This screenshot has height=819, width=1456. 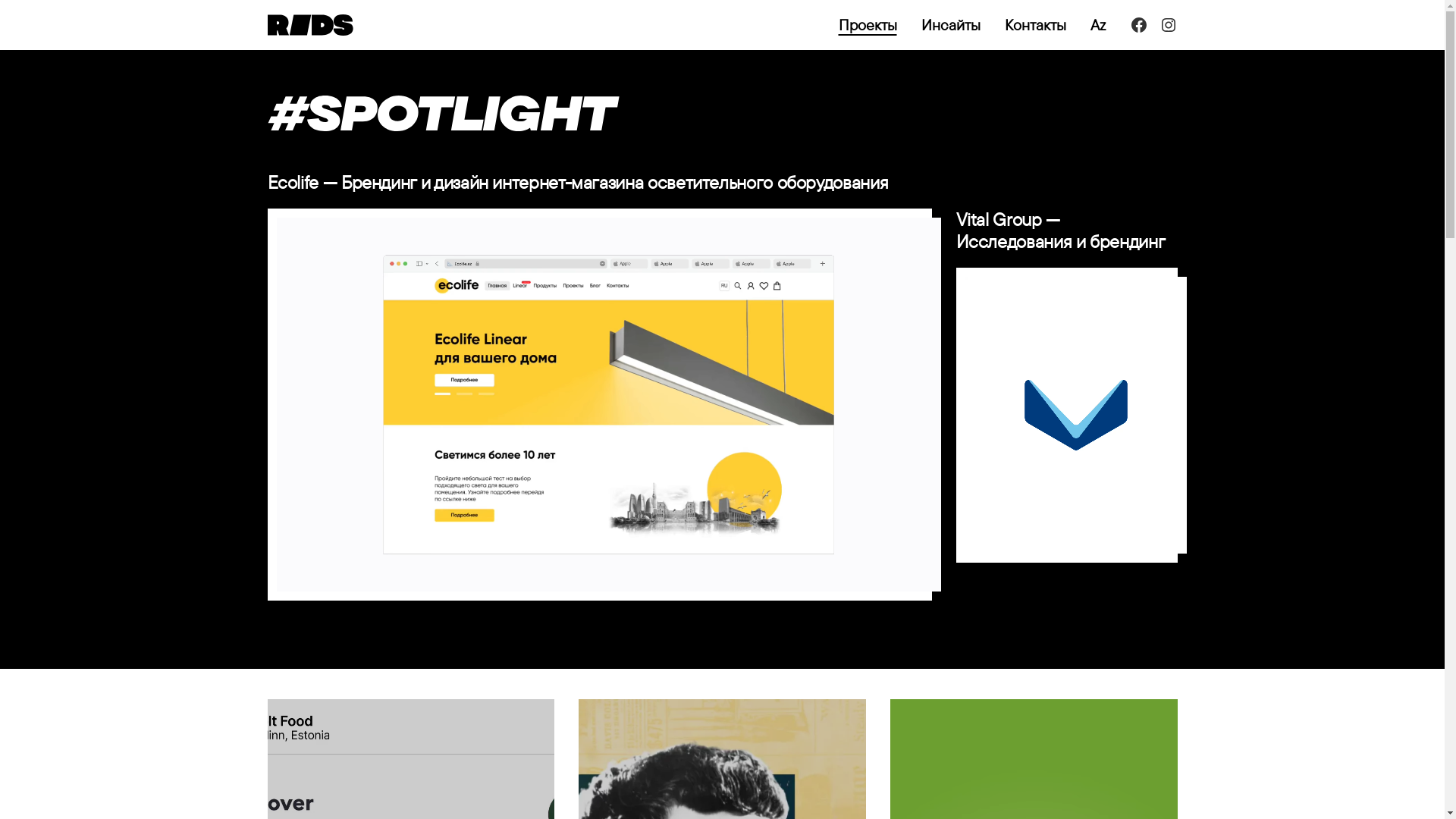 What do you see at coordinates (1129, 25) in the screenshot?
I see `'Facebook'` at bounding box center [1129, 25].